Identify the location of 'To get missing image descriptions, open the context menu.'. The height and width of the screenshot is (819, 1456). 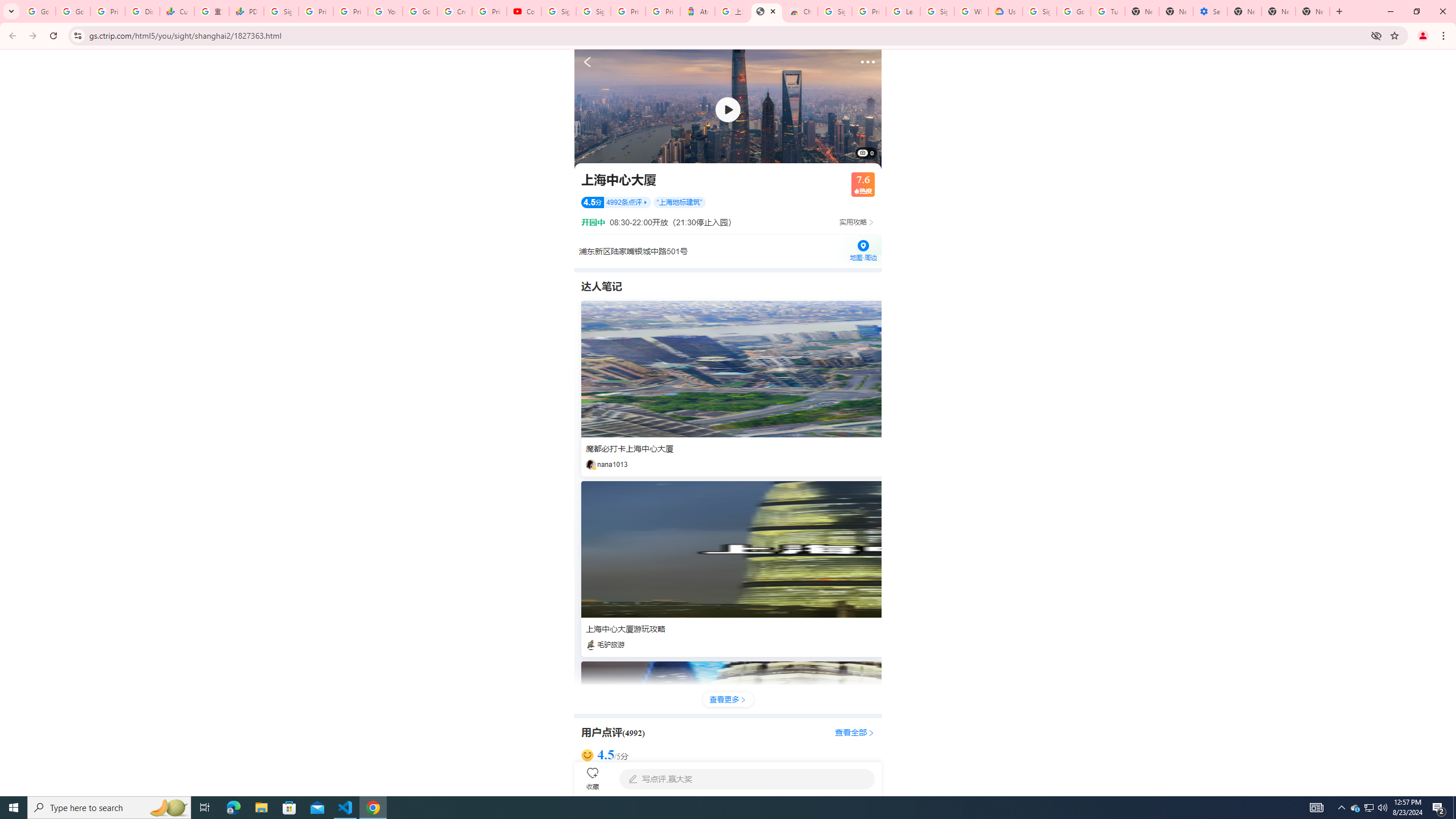
(728, 109).